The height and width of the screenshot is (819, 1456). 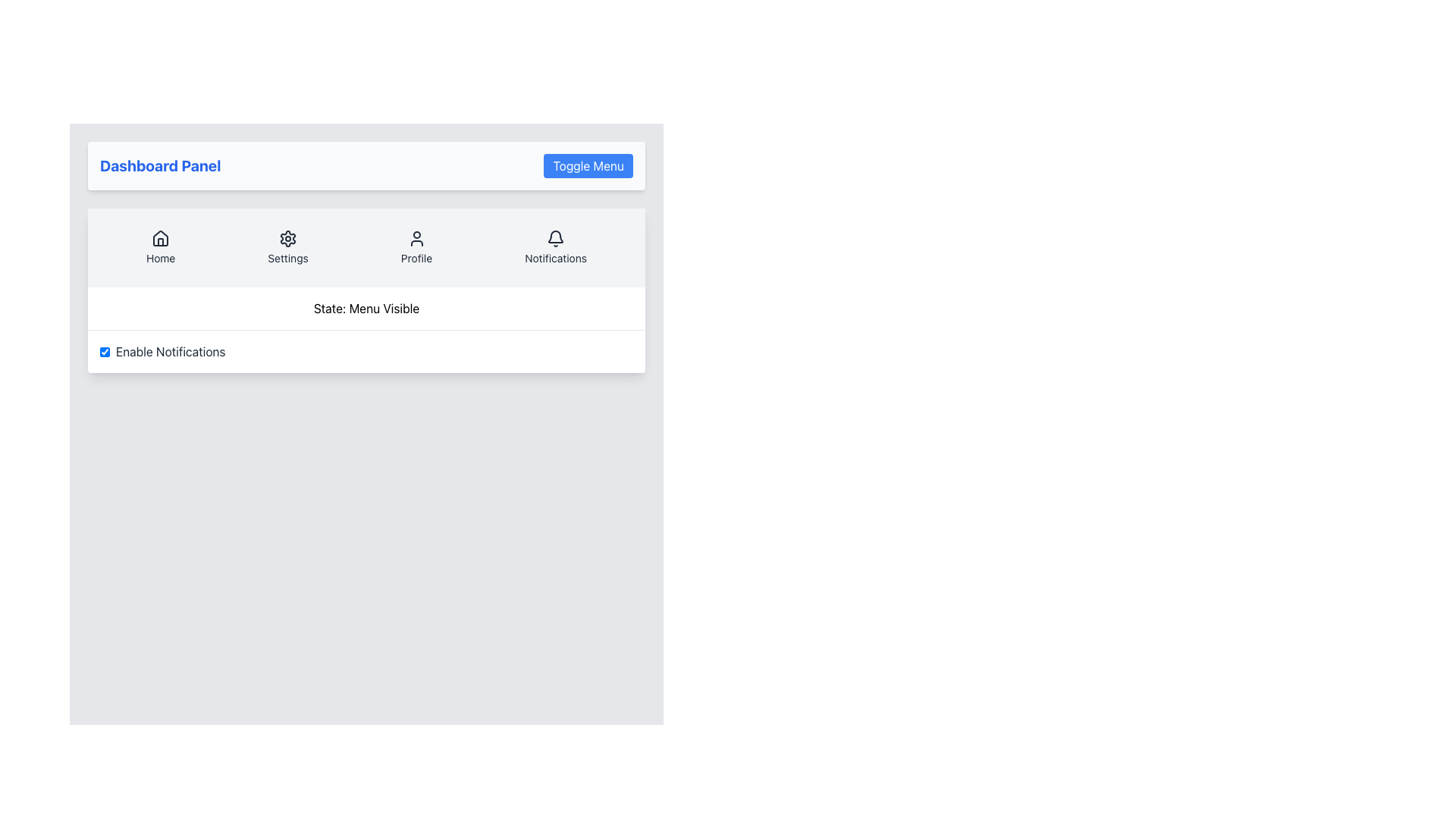 I want to click on 'Settings' text label located in the navigation bar under the gear icon, which is the second element from the left, so click(x=288, y=257).